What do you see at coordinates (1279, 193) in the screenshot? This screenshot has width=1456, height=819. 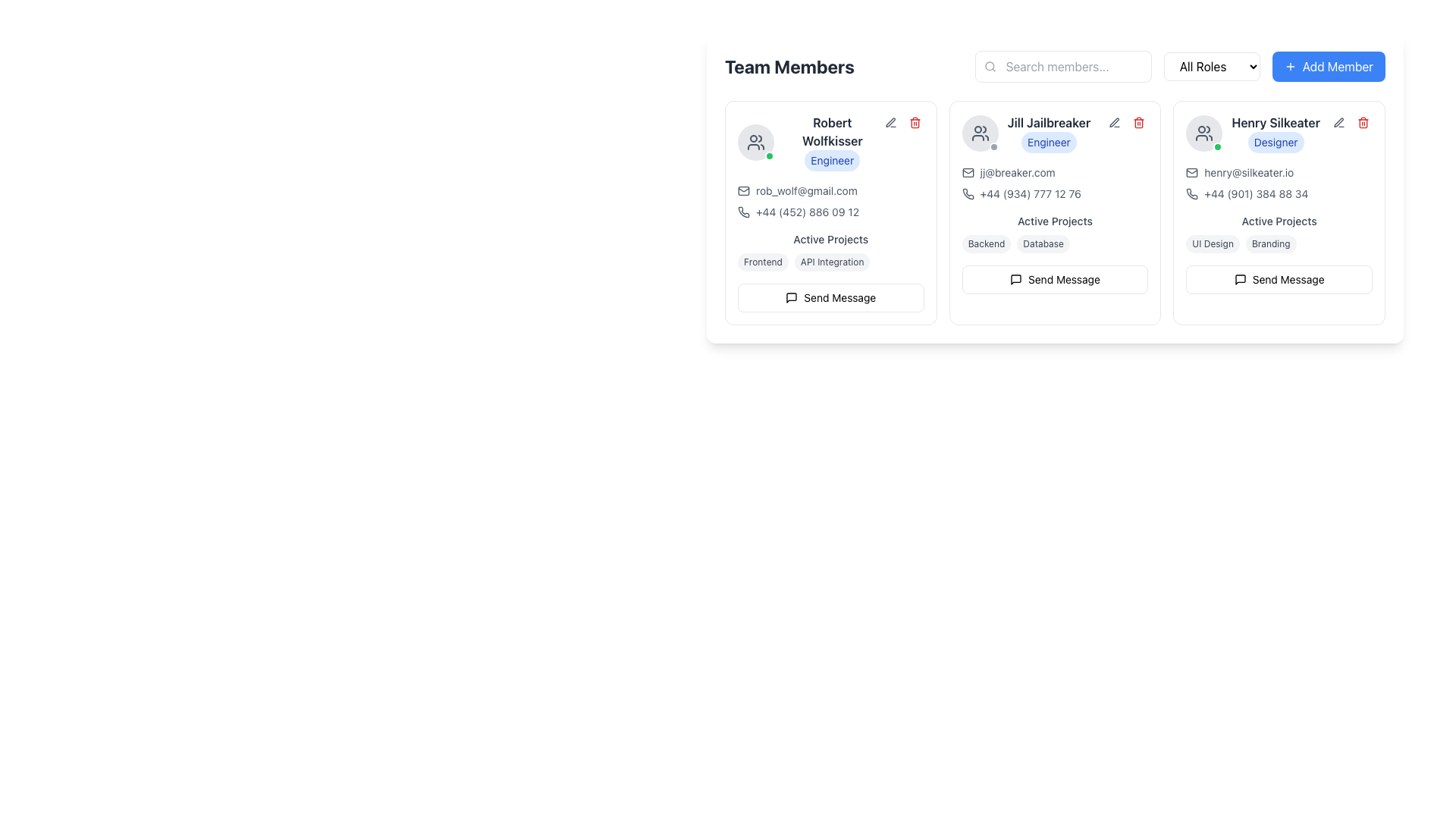 I see `the phone number display of user 'Henry Silkeater'` at bounding box center [1279, 193].